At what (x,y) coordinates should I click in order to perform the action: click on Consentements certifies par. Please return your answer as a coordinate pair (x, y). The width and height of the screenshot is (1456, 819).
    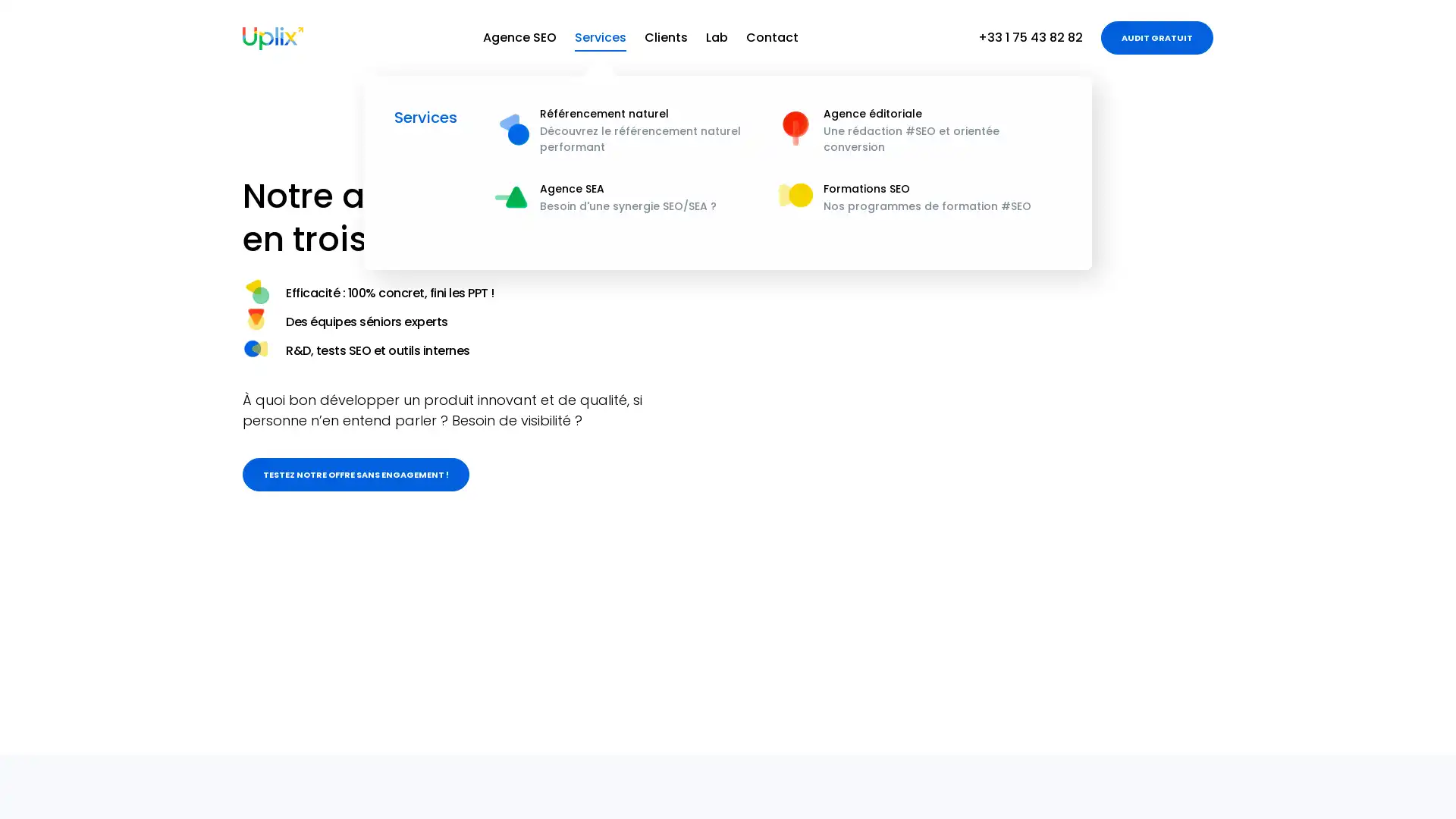
    Looking at the image, I should click on (1280, 717).